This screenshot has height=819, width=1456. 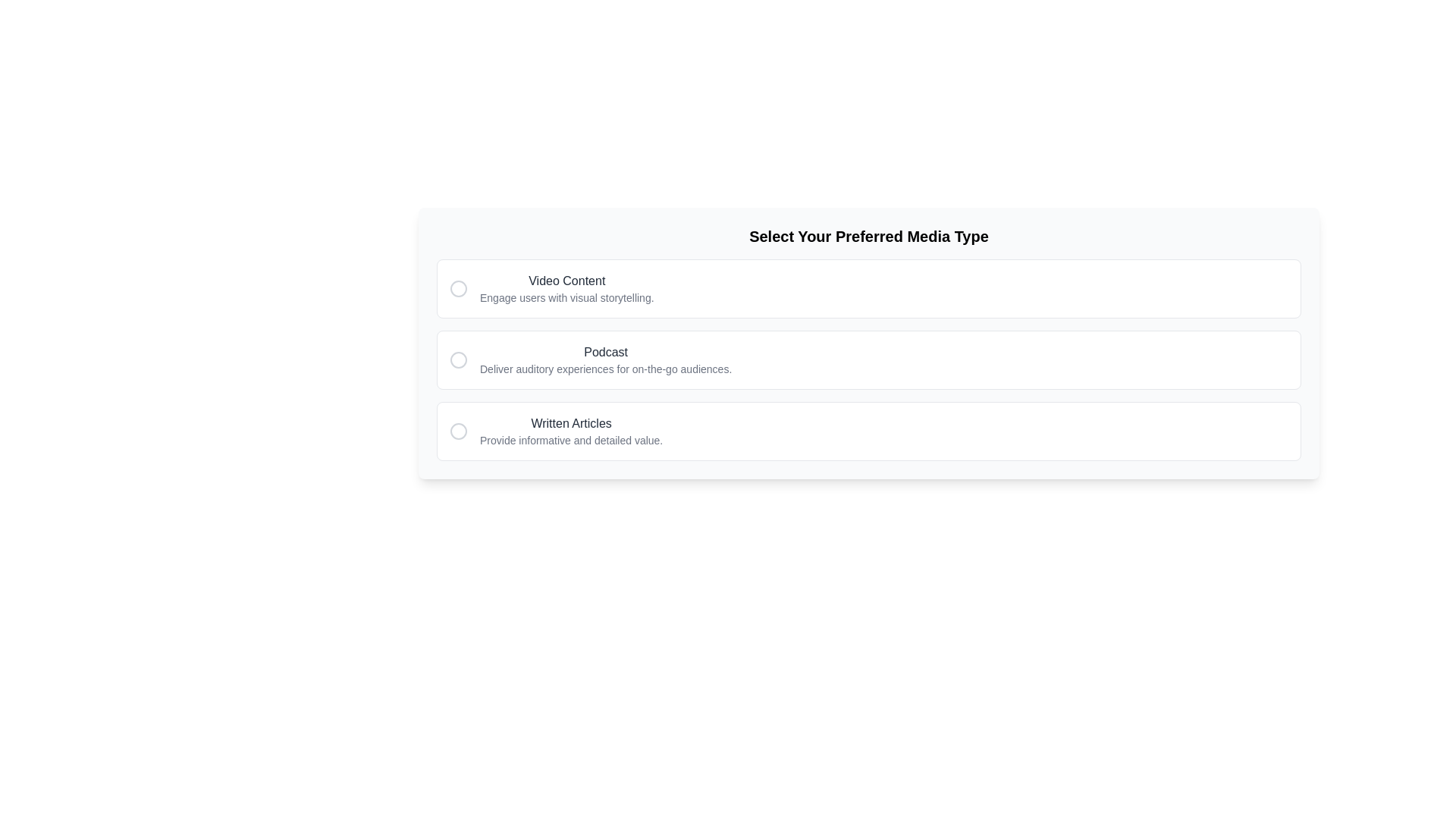 What do you see at coordinates (457, 289) in the screenshot?
I see `the Circular UI indicator that represents the selection status of the 'Video Content' option in the media preferences list` at bounding box center [457, 289].